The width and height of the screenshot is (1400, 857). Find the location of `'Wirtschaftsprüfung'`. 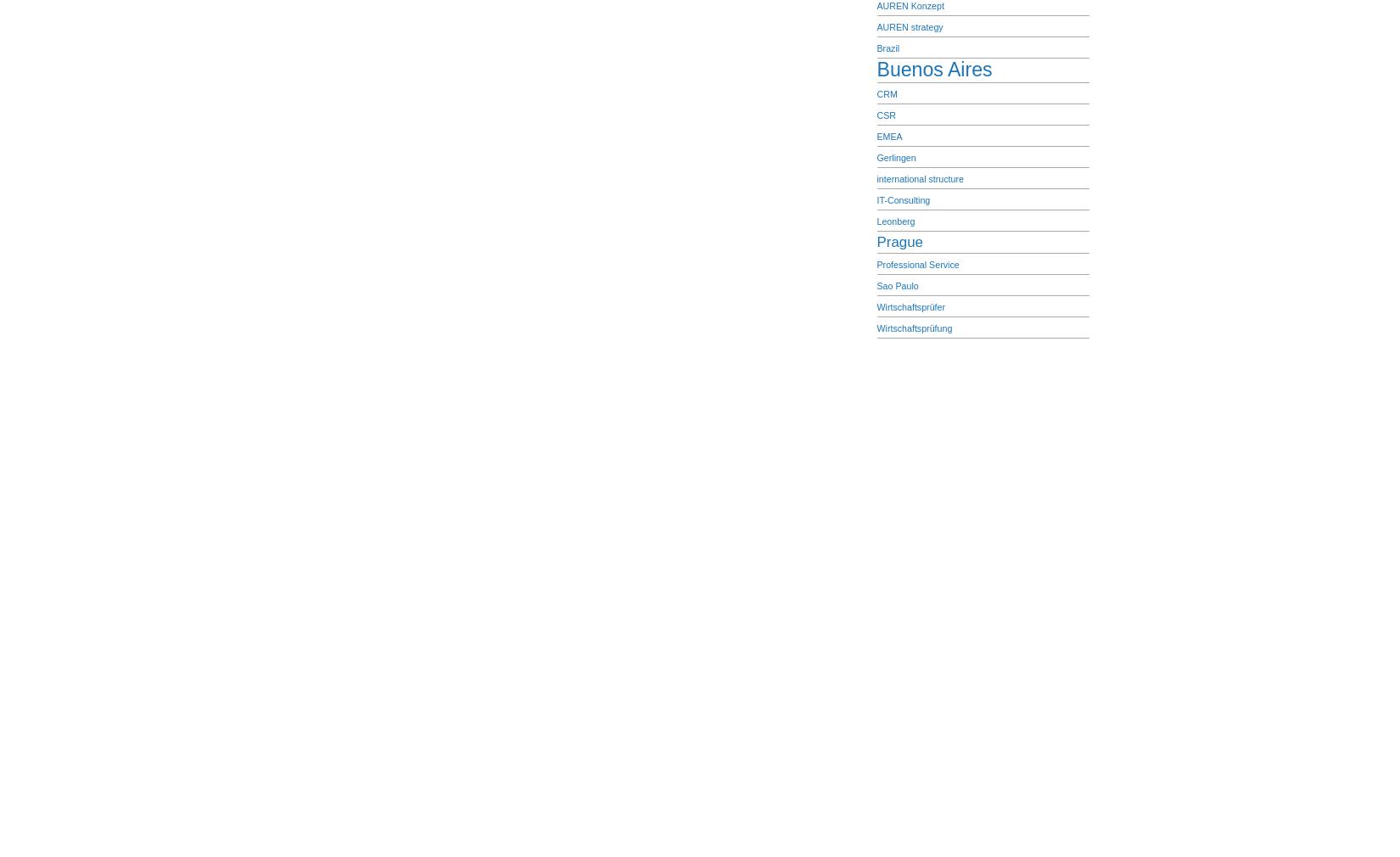

'Wirtschaftsprüfung' is located at coordinates (914, 328).